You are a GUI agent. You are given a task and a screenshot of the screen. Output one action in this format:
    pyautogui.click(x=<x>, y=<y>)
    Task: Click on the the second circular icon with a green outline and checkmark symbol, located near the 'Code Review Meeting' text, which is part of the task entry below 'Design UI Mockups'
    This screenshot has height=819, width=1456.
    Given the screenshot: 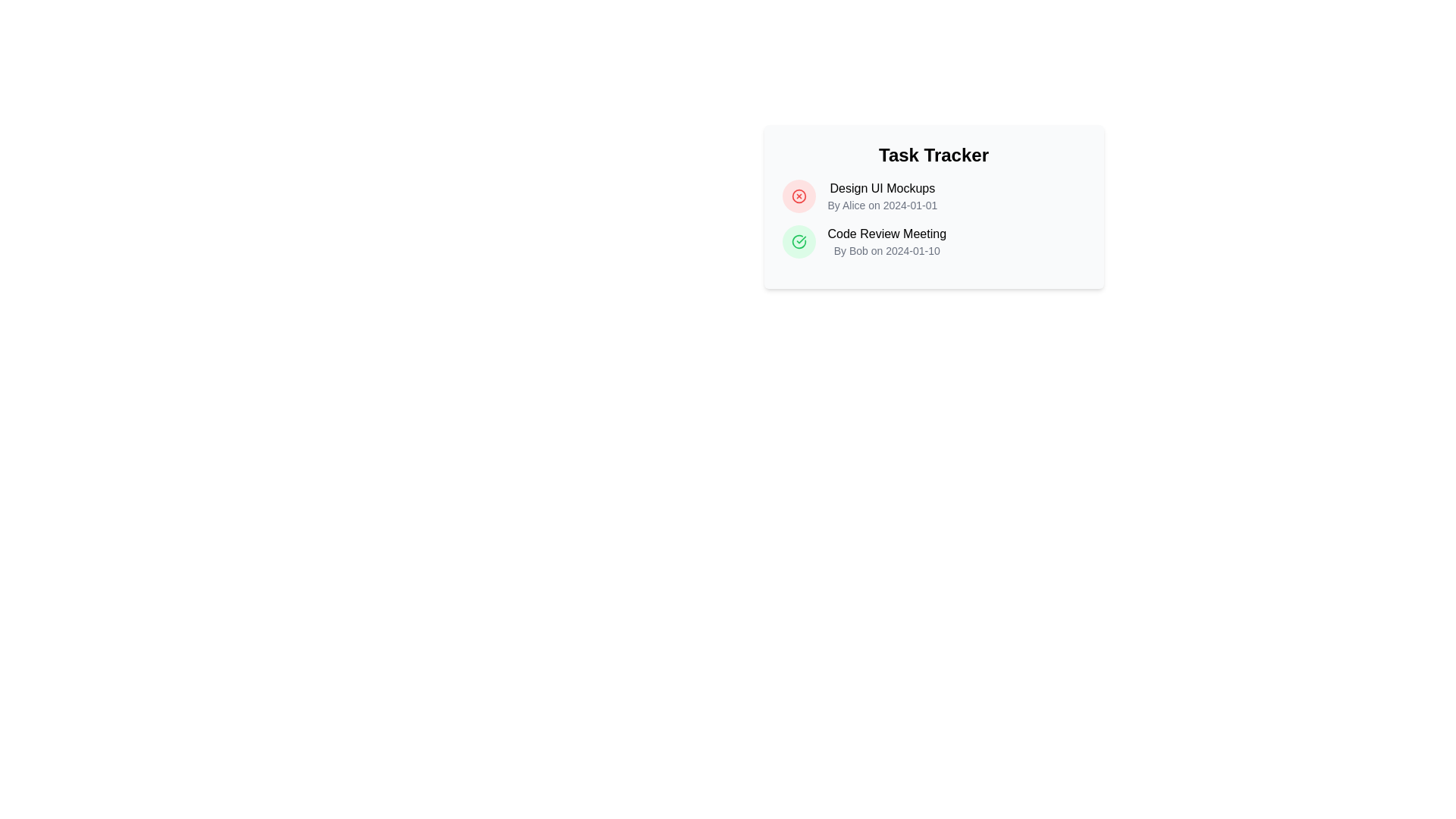 What is the action you would take?
    pyautogui.click(x=798, y=241)
    